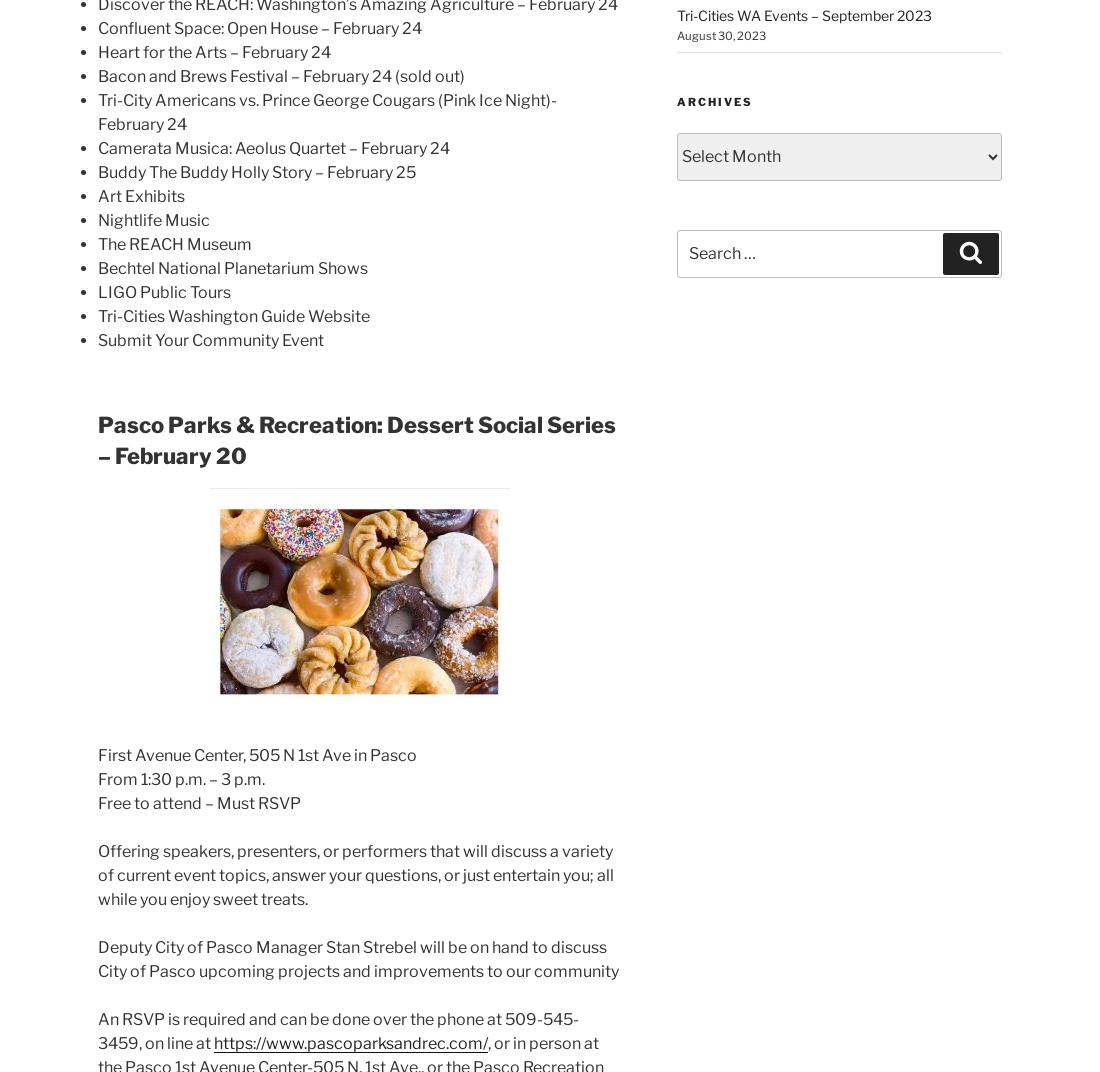 This screenshot has width=1100, height=1072. What do you see at coordinates (232, 268) in the screenshot?
I see `'Bechtel National Planetarium Shows'` at bounding box center [232, 268].